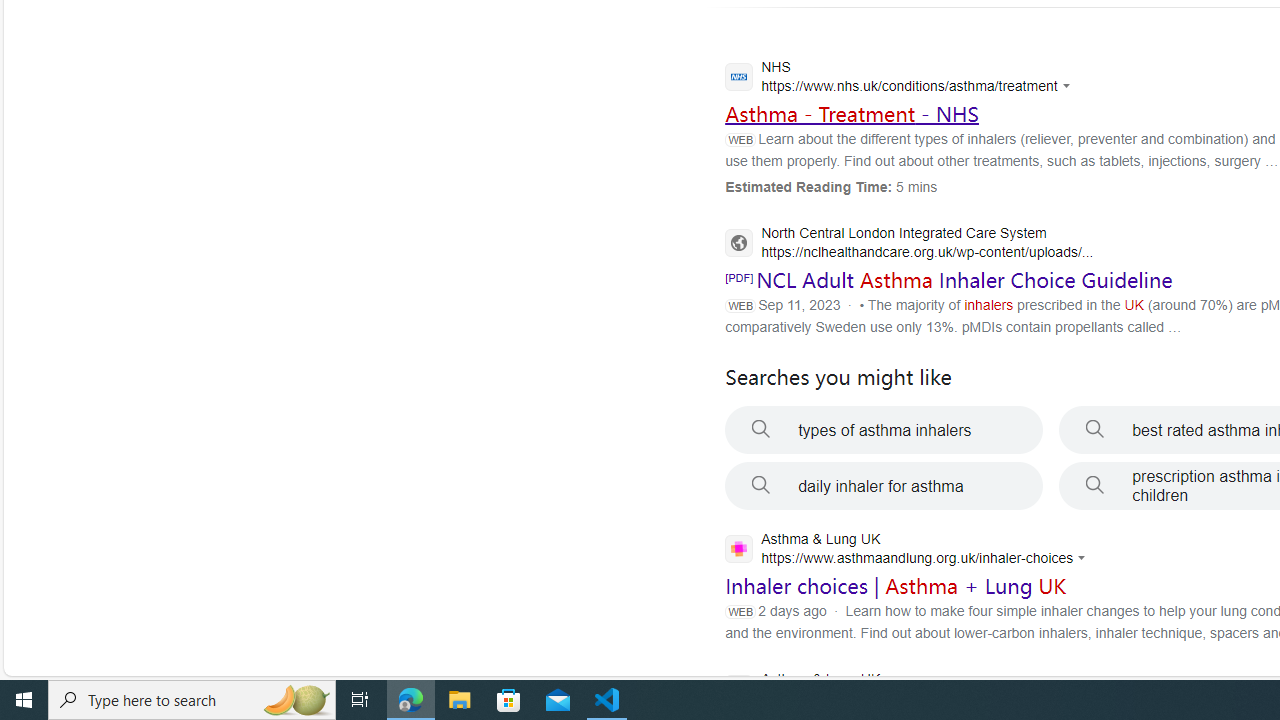  I want to click on 'Actions for this site', so click(1083, 558).